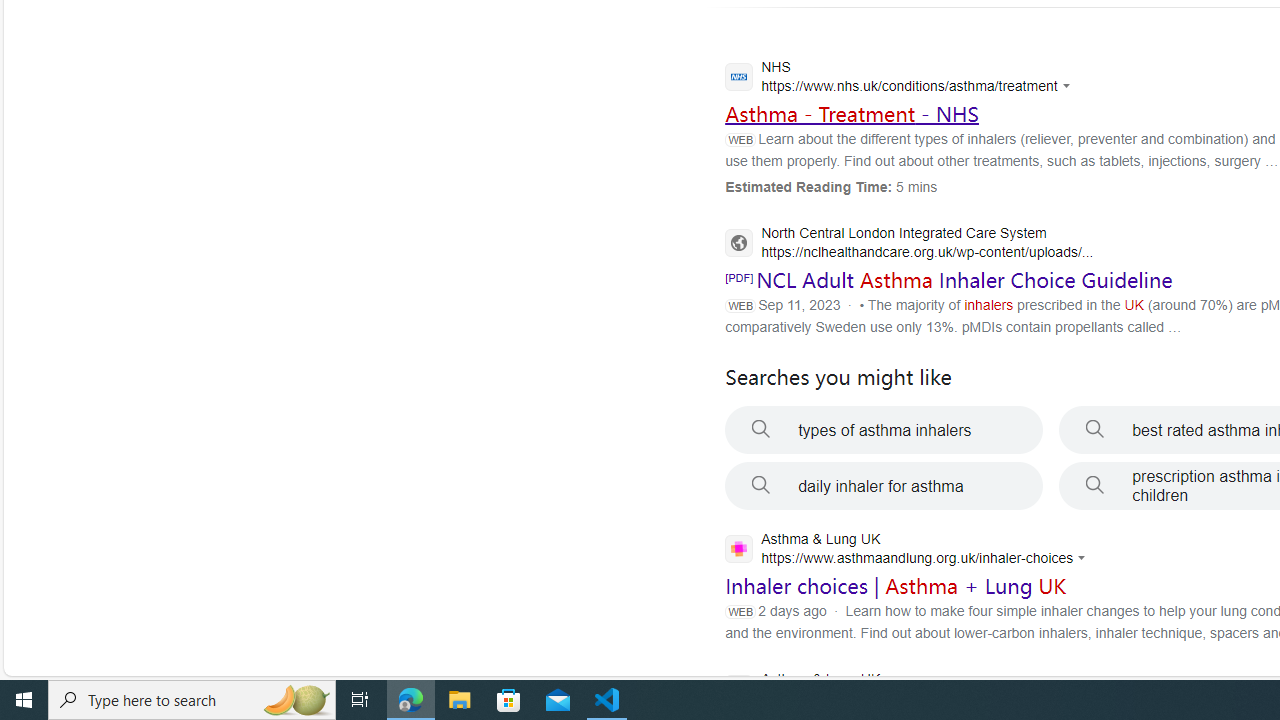  I want to click on 'Actions for this site', so click(1083, 558).